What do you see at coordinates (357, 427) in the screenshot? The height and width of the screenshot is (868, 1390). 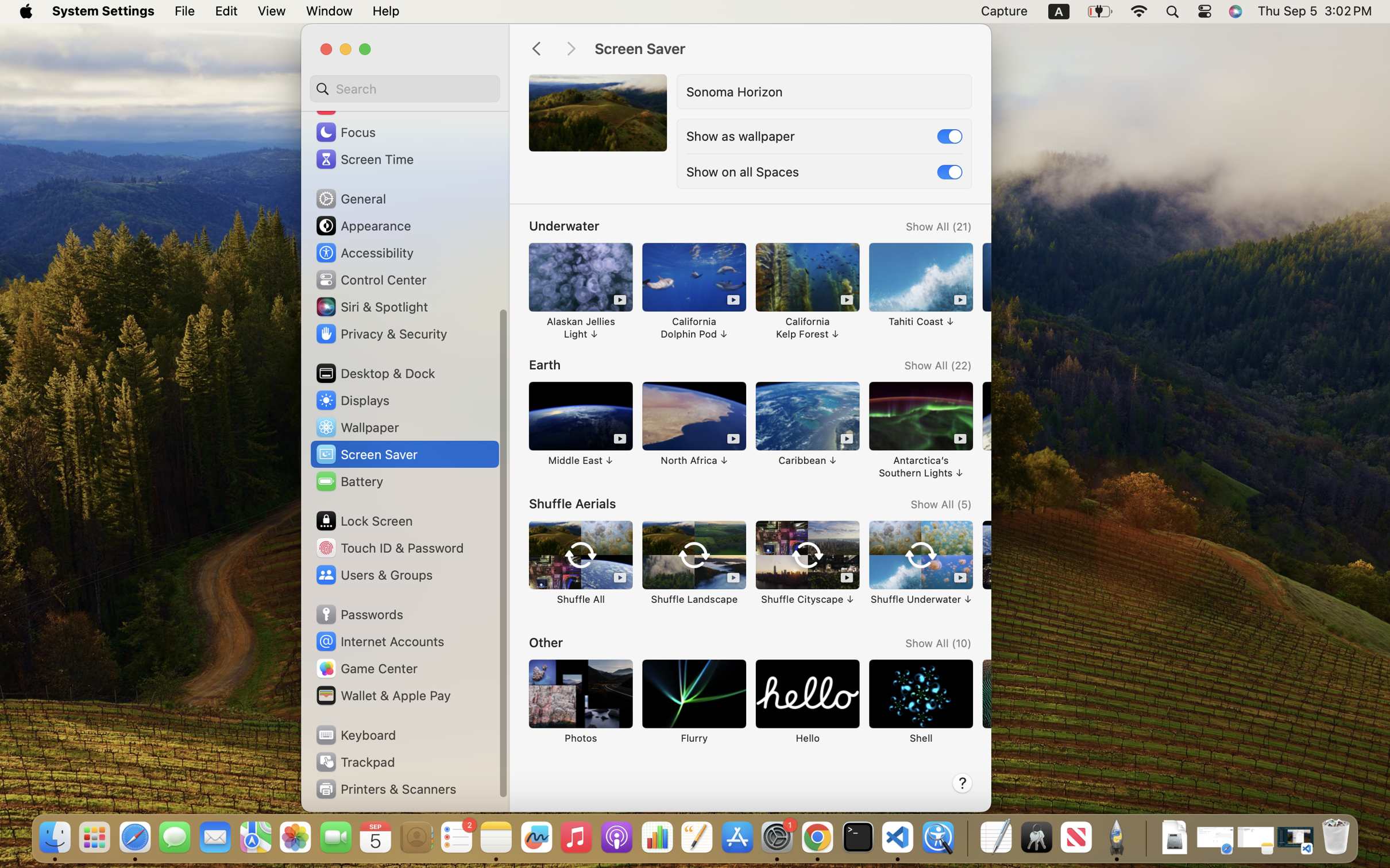 I see `'Wallpaper'` at bounding box center [357, 427].